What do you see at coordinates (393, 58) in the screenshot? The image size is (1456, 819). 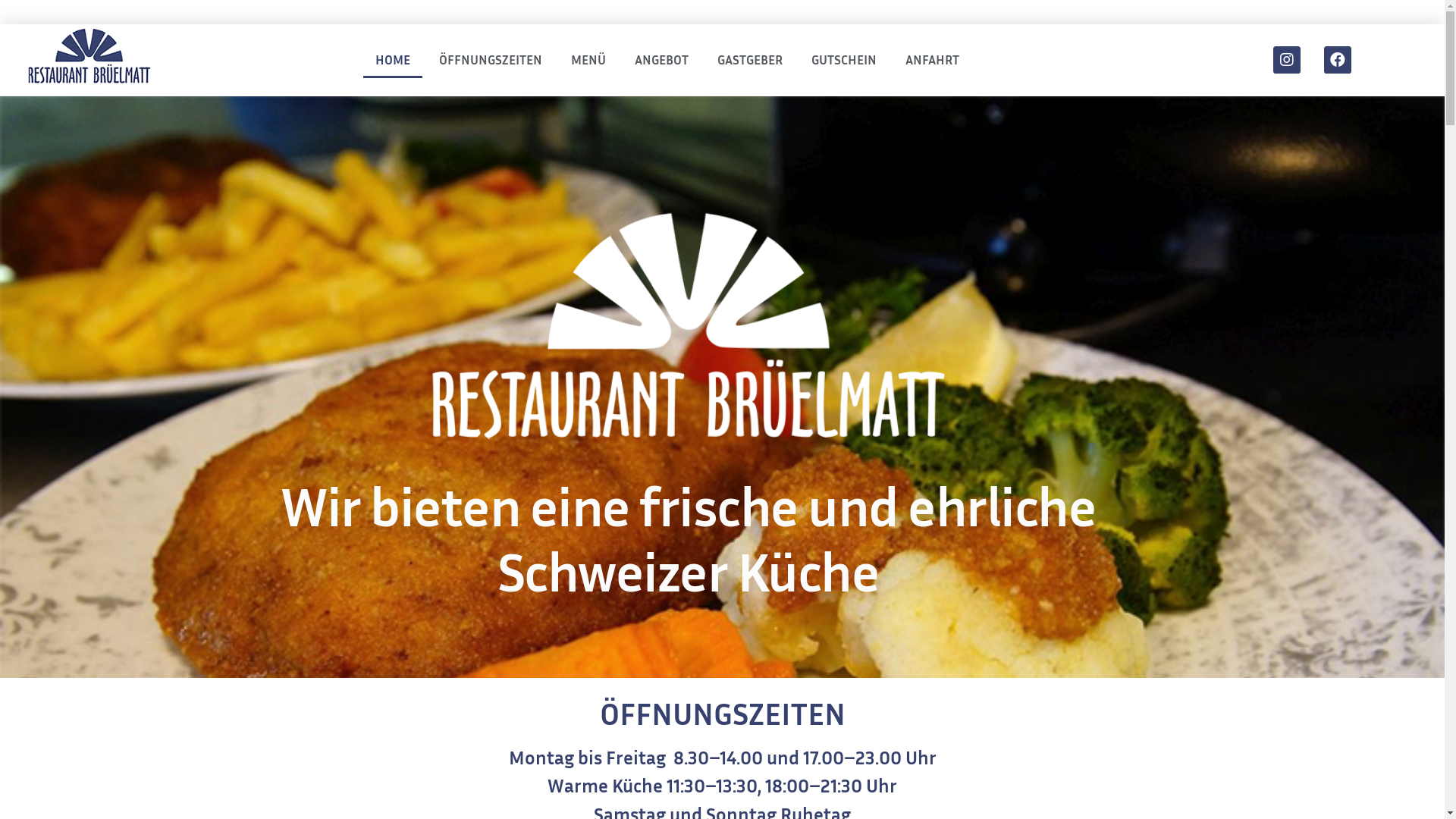 I see `'HOME'` at bounding box center [393, 58].